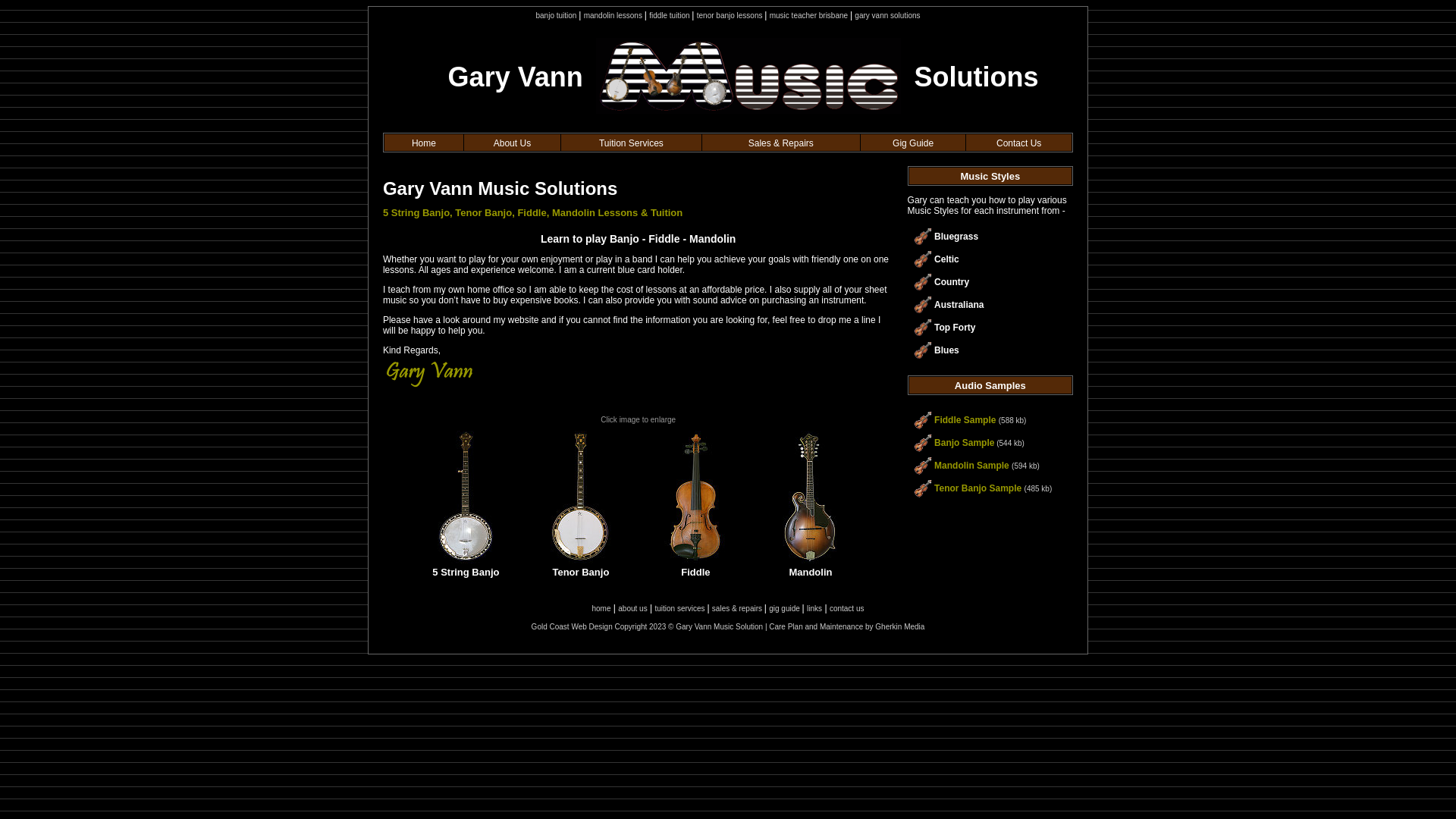 This screenshot has height=819, width=1456. I want to click on 'fiddle tuition', so click(669, 15).